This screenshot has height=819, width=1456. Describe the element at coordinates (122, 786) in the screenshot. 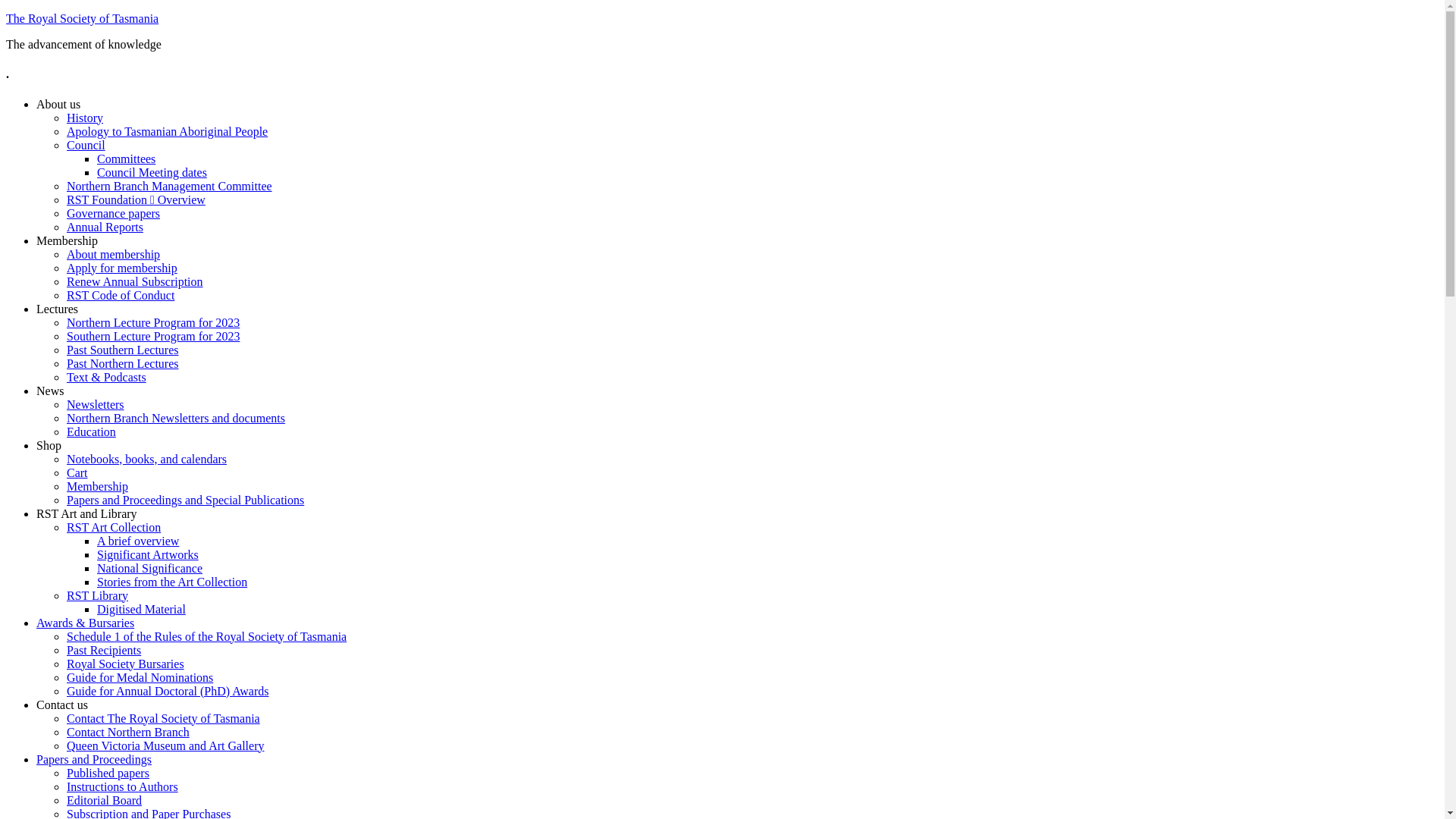

I see `'Instructions to Authors'` at that location.